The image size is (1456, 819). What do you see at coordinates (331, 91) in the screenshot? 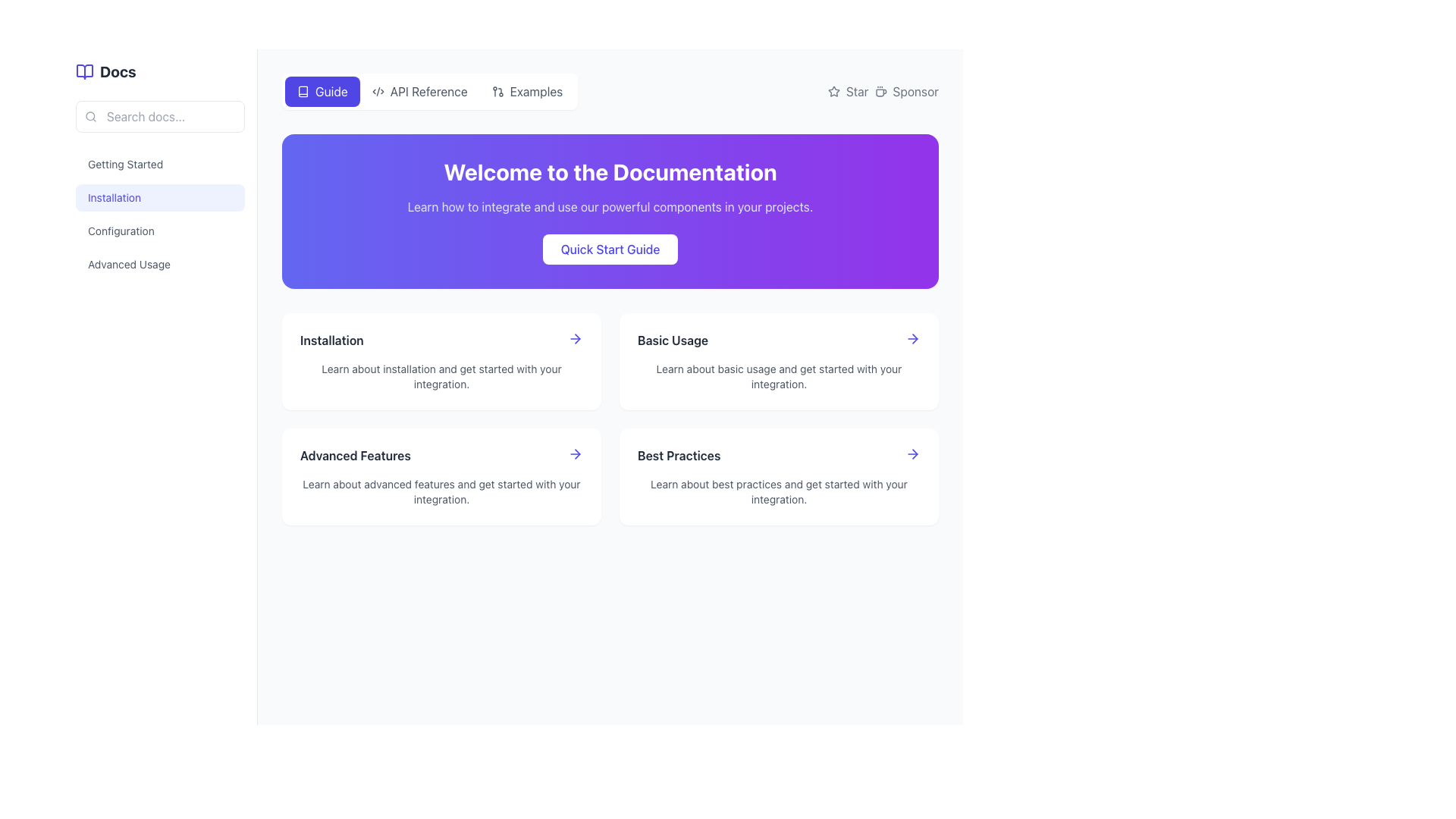
I see `the 'Guide' text label, which is styled with white text on a blue background and positioned within a blue button in the header section` at bounding box center [331, 91].